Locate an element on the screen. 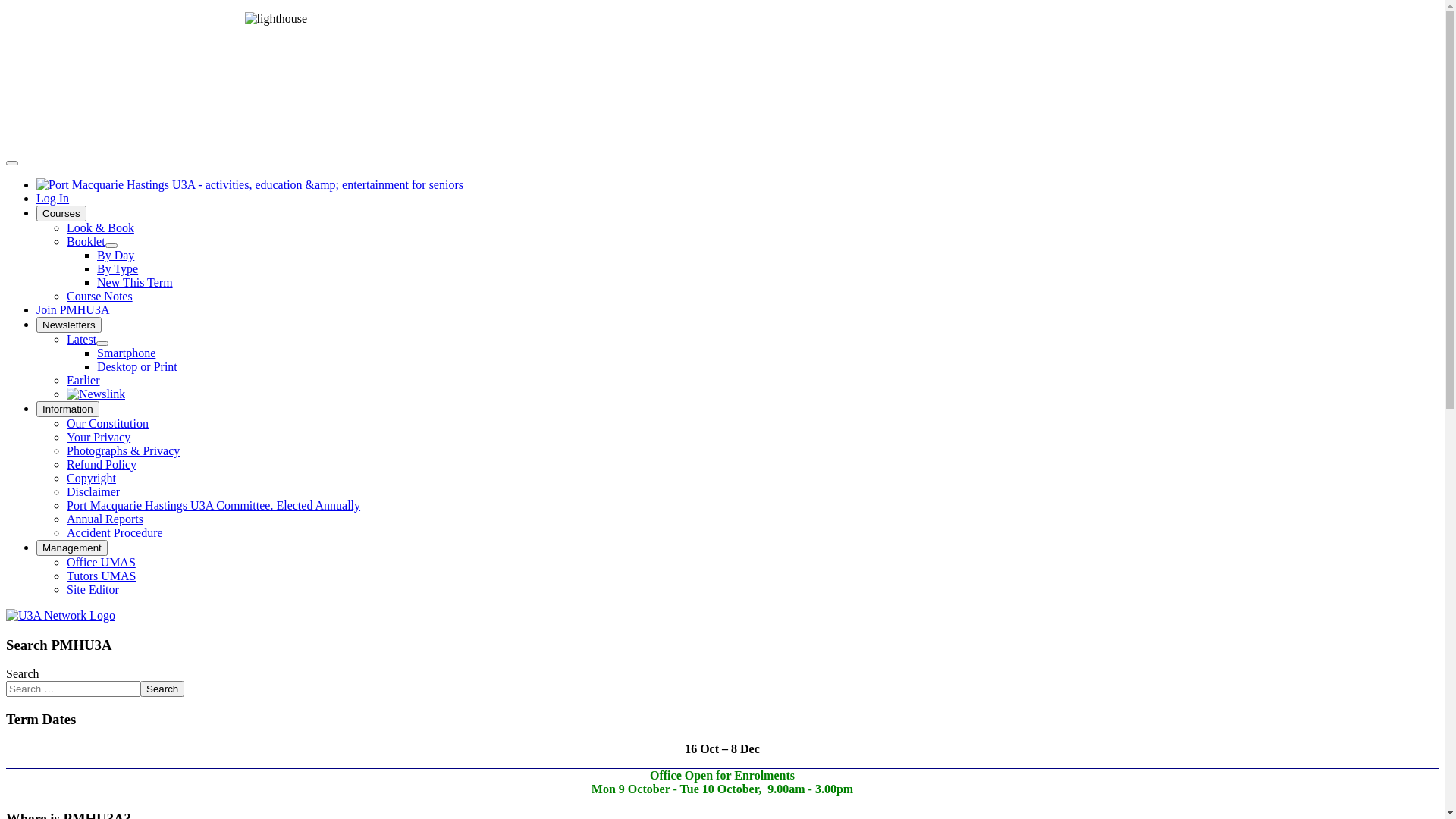 The height and width of the screenshot is (819, 1456). 'Desktop or Print' is located at coordinates (137, 366).